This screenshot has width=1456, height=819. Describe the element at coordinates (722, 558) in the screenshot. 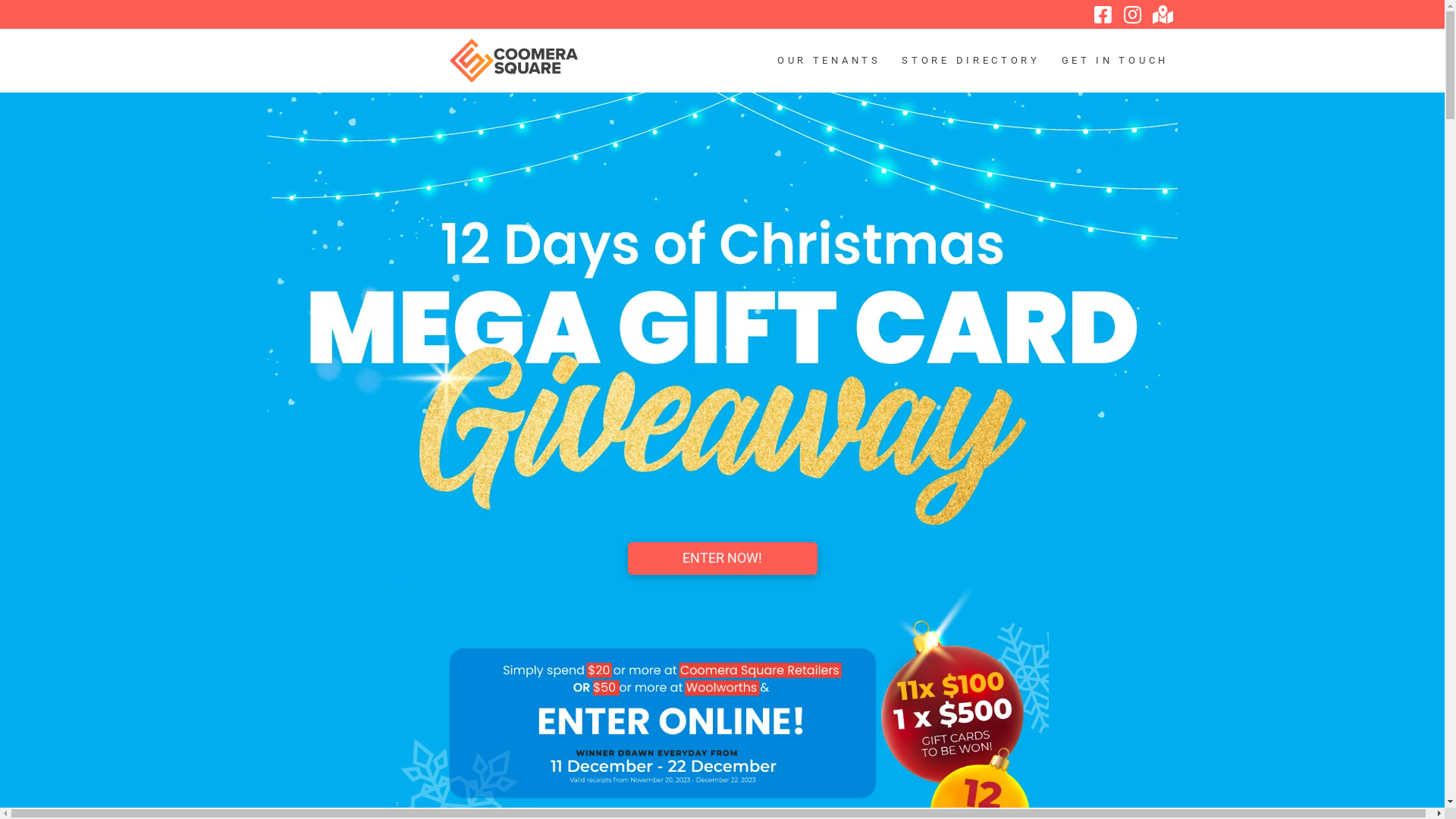

I see `'ENTER NOW!'` at that location.